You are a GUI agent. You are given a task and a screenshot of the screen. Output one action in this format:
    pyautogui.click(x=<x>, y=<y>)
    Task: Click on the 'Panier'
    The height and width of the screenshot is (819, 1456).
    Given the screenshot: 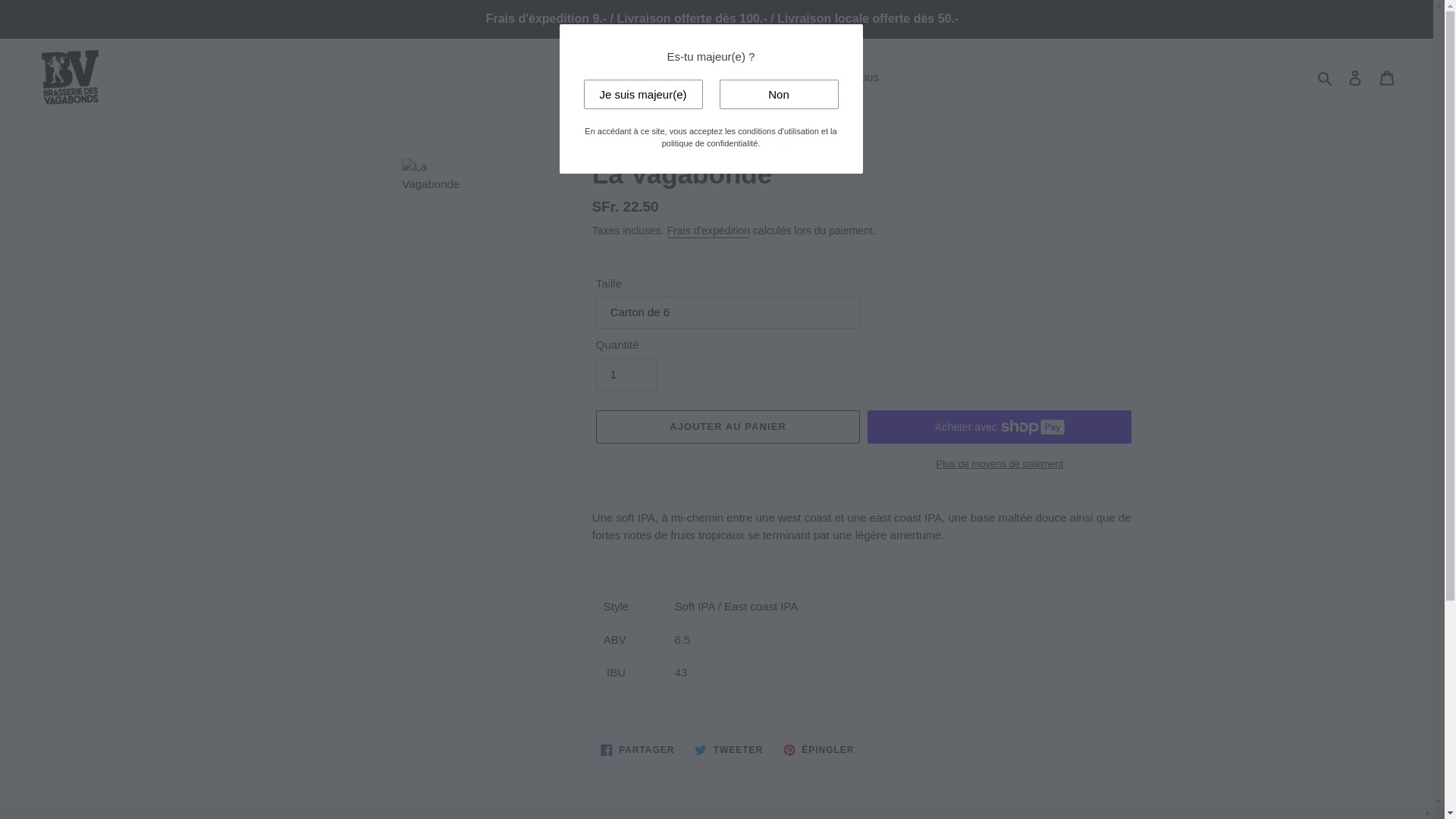 What is the action you would take?
    pyautogui.click(x=1386, y=77)
    